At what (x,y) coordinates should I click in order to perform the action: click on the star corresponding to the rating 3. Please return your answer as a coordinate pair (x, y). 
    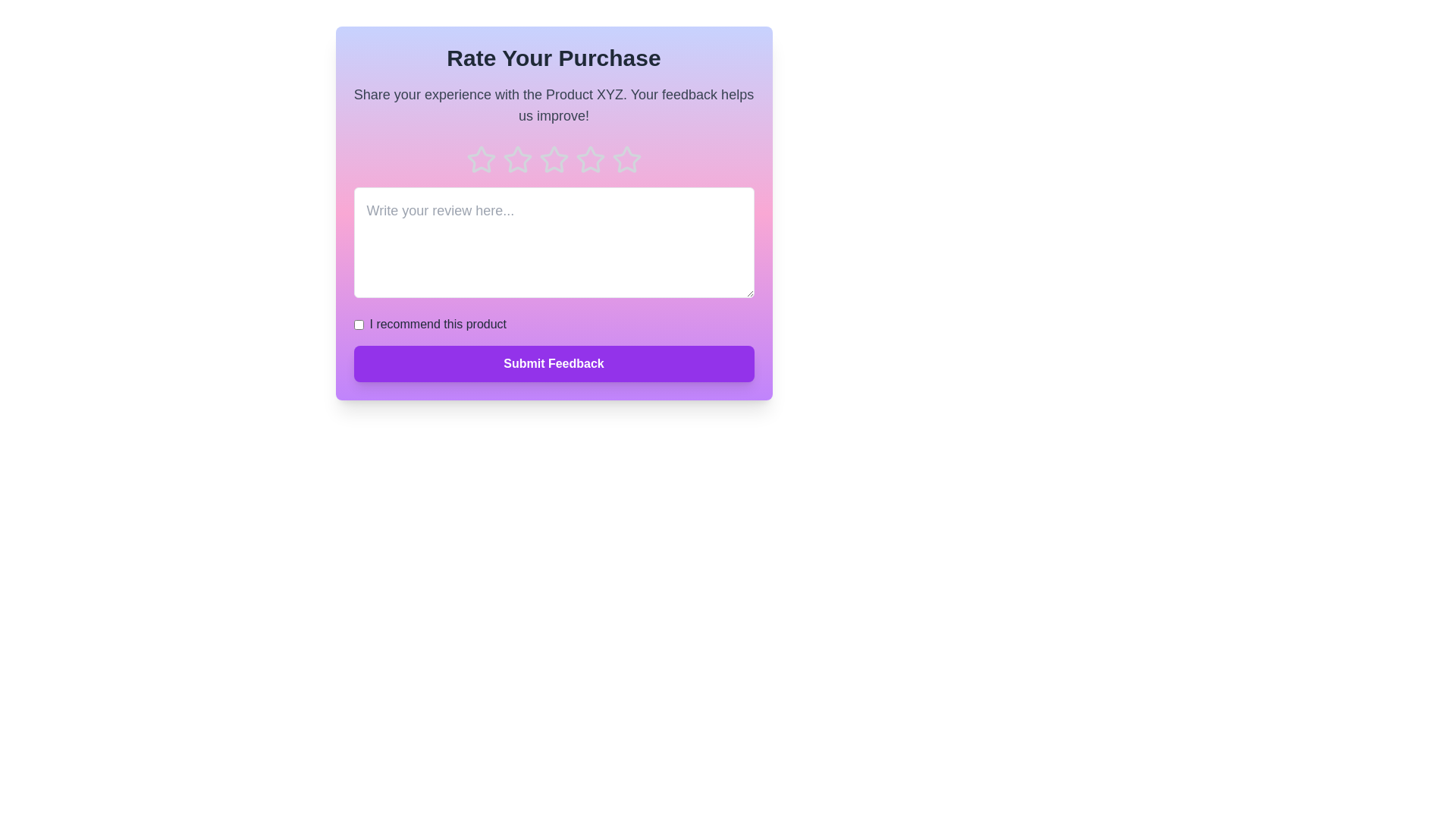
    Looking at the image, I should click on (553, 160).